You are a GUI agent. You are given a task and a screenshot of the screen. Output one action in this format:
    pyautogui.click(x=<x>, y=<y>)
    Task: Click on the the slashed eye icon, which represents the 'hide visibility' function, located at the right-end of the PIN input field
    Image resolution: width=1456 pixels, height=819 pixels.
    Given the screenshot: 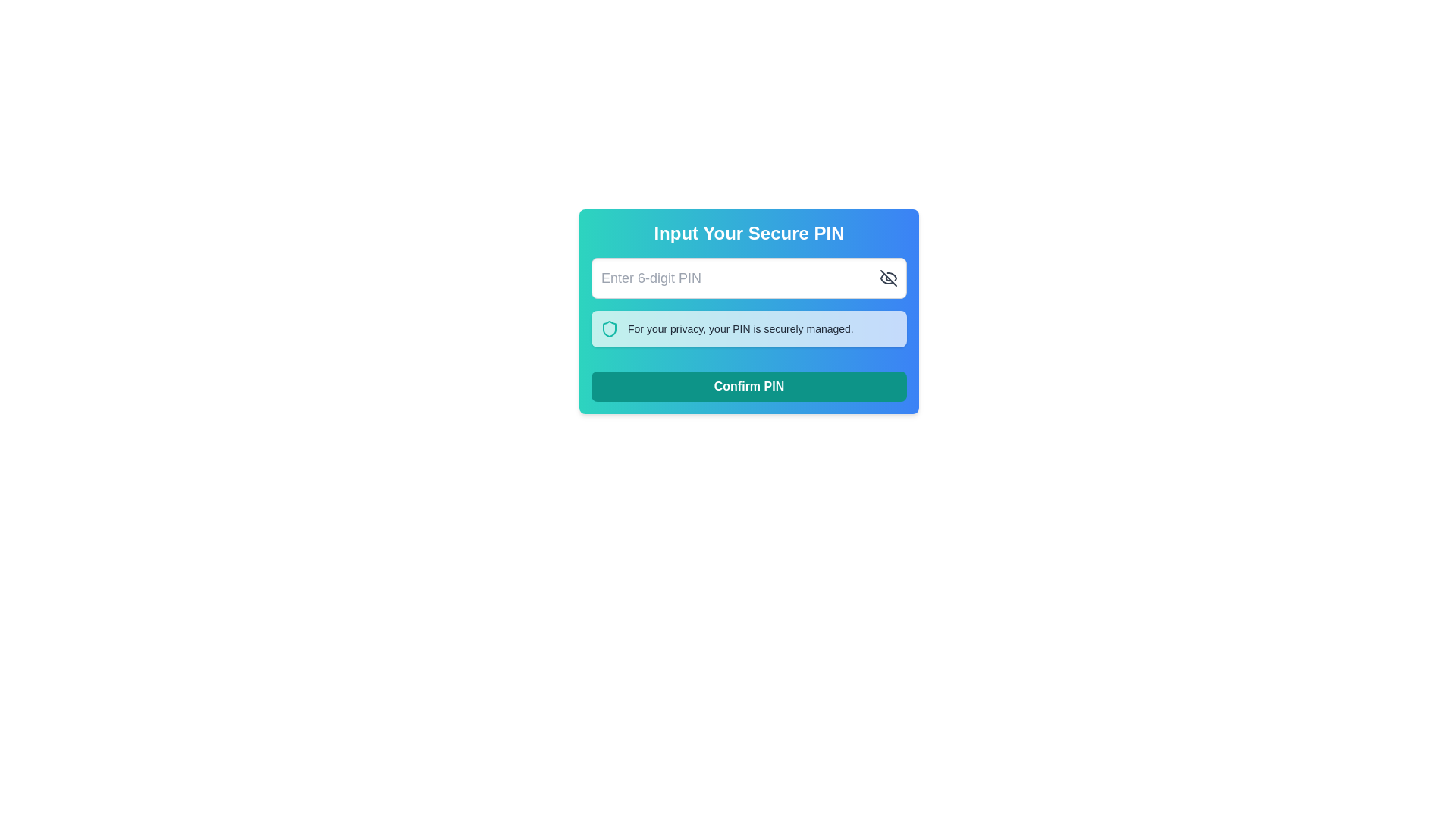 What is the action you would take?
    pyautogui.click(x=888, y=278)
    